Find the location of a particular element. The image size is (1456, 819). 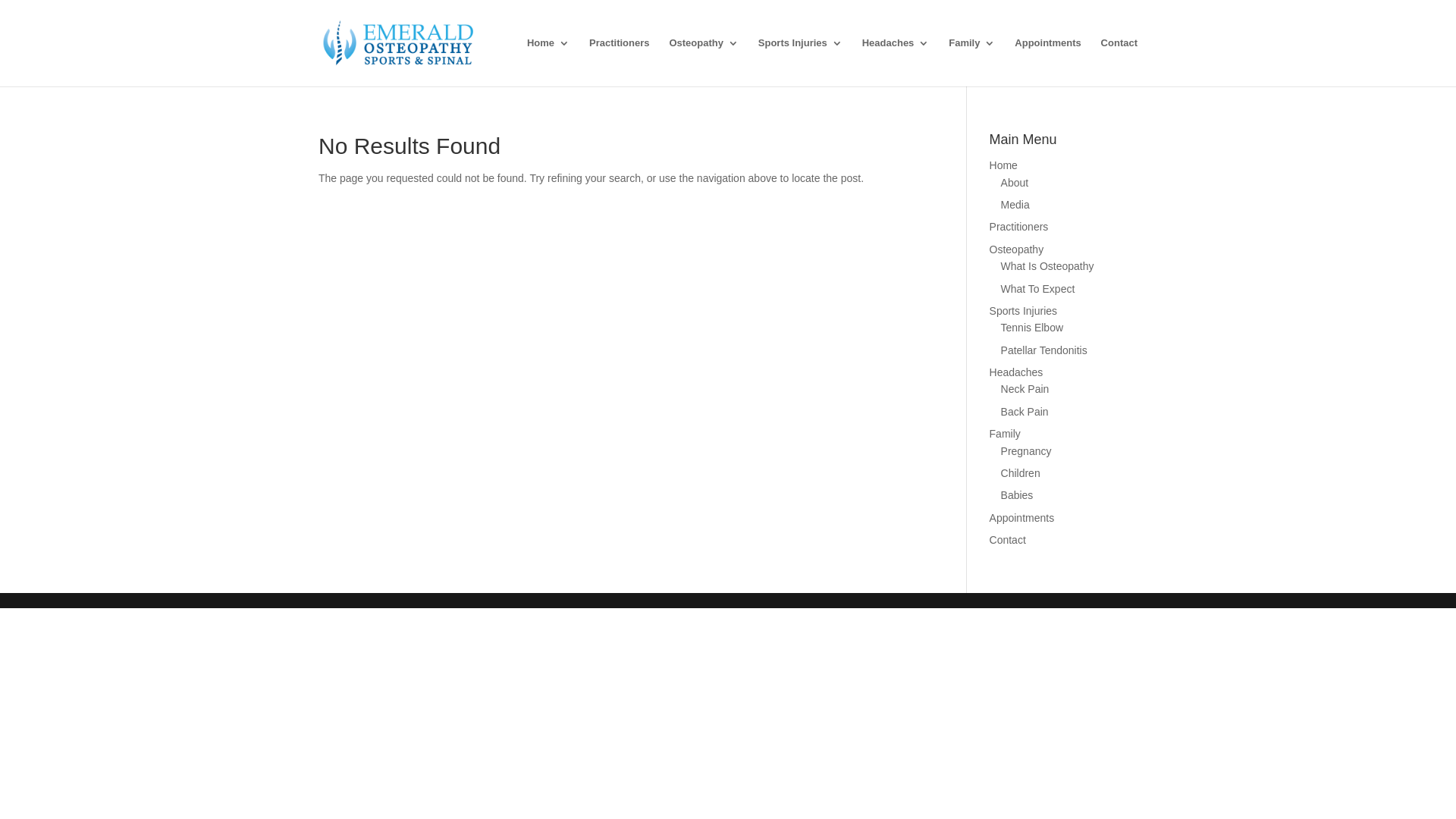

'Patellar Tendonitis' is located at coordinates (1043, 350).